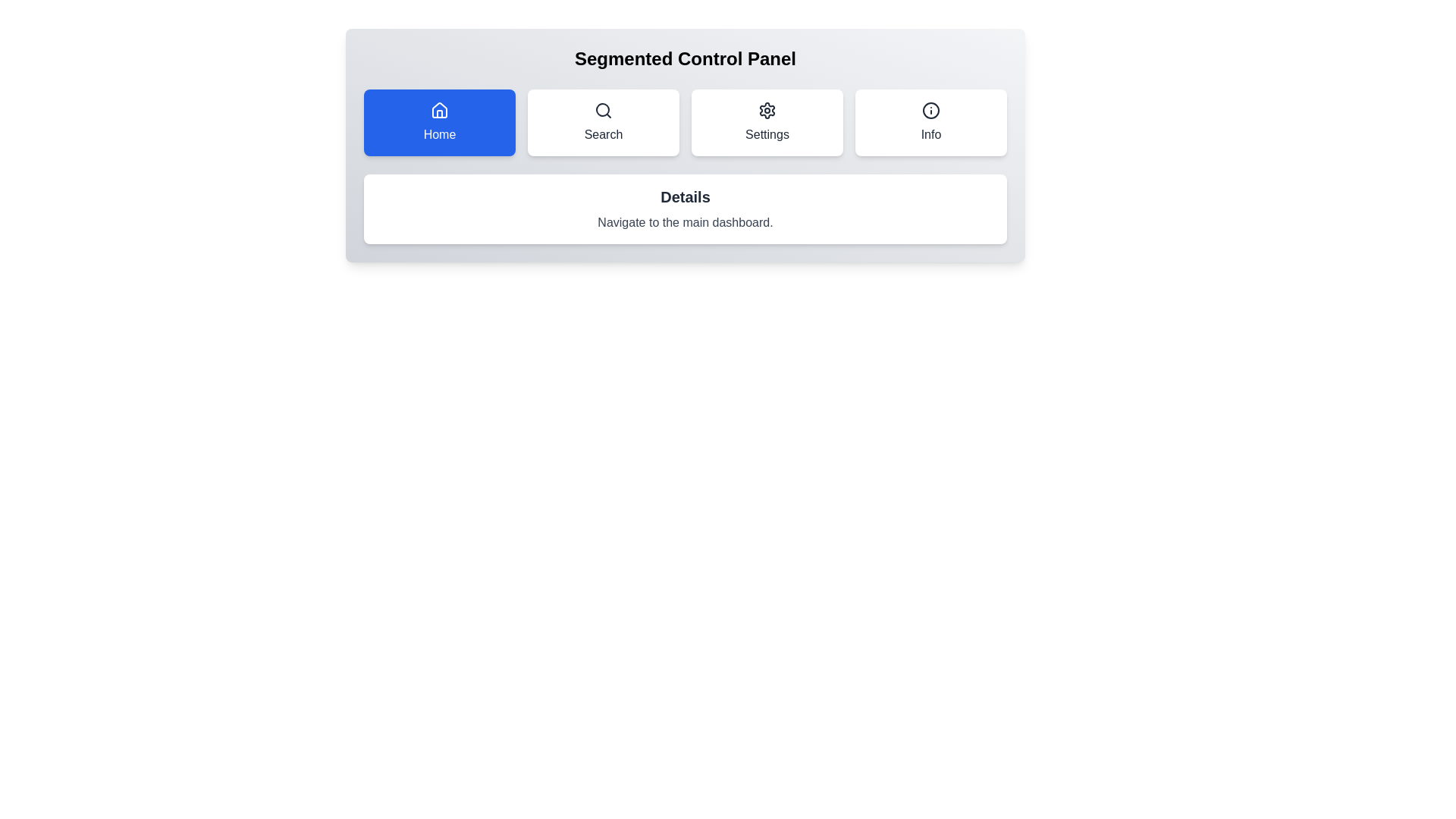 The width and height of the screenshot is (1456, 819). Describe the element at coordinates (603, 133) in the screenshot. I see `descriptive label text for the Search button, which is positioned below the magnifying glass icon in the segmented control panel` at that location.